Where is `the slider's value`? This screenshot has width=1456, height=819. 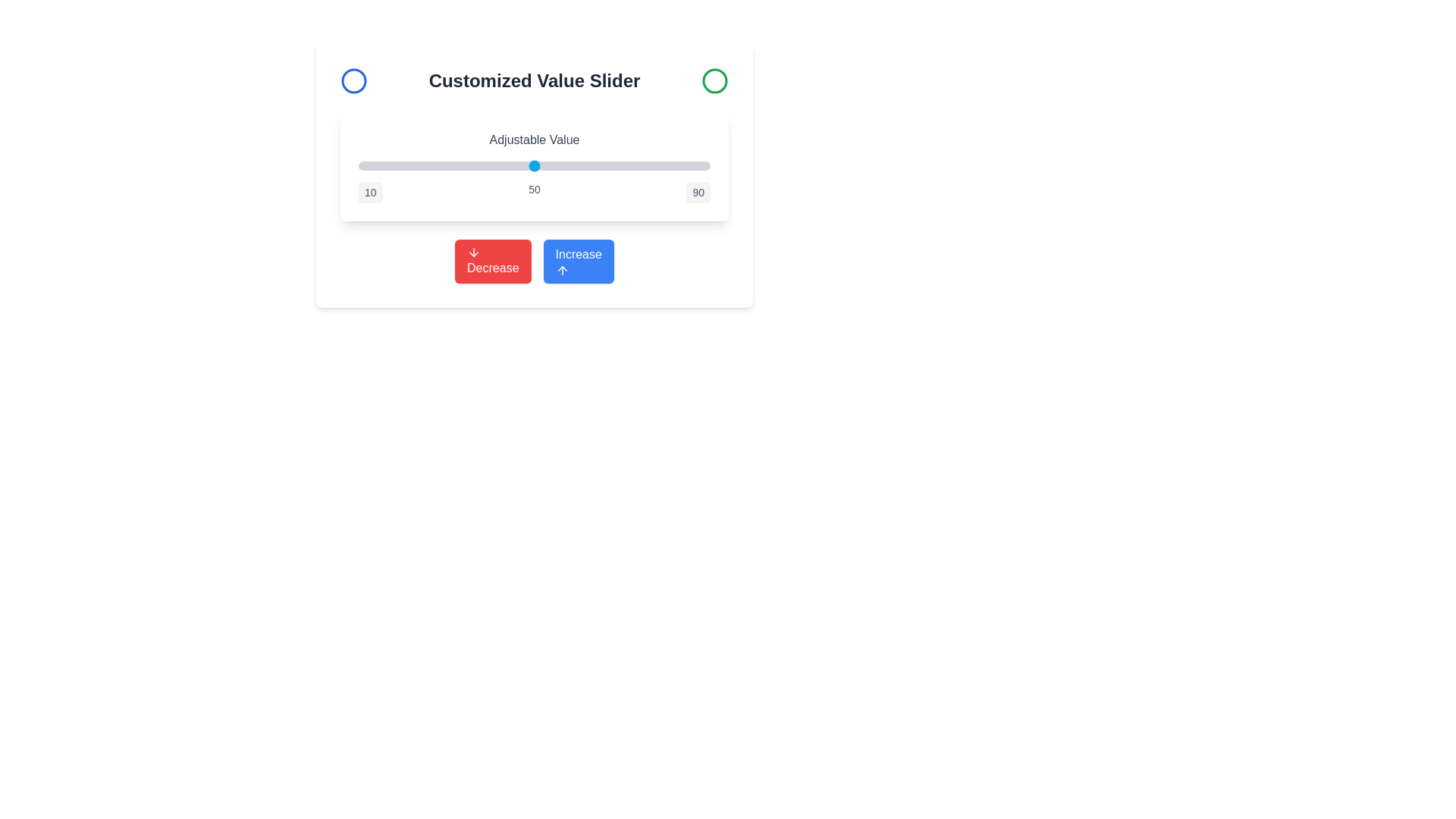 the slider's value is located at coordinates (468, 166).